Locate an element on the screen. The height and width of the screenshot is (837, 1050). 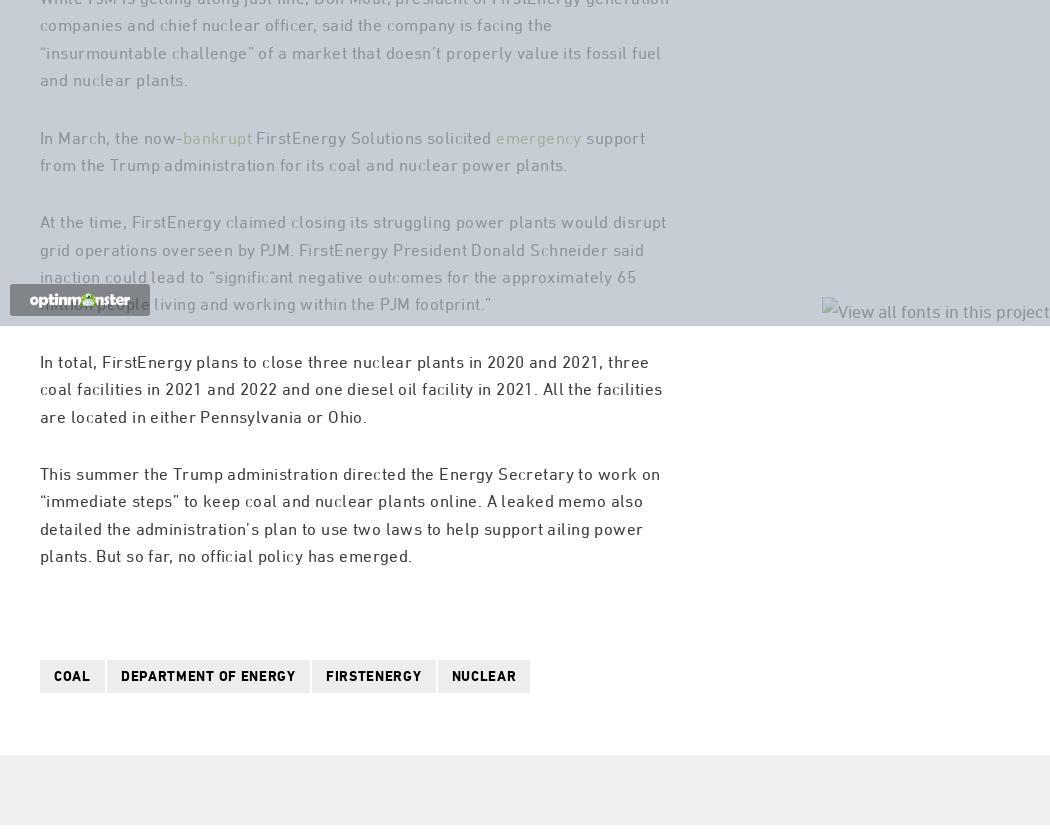
'This summer the Trump administration directed the Energy Secretary to work on “immediate steps” to keep coal and nuclear plants online. A leaked memo also detailed the administration’s plan to use two laws to help support ailing power plants. But so far, no official policy has emerged.' is located at coordinates (348, 595).